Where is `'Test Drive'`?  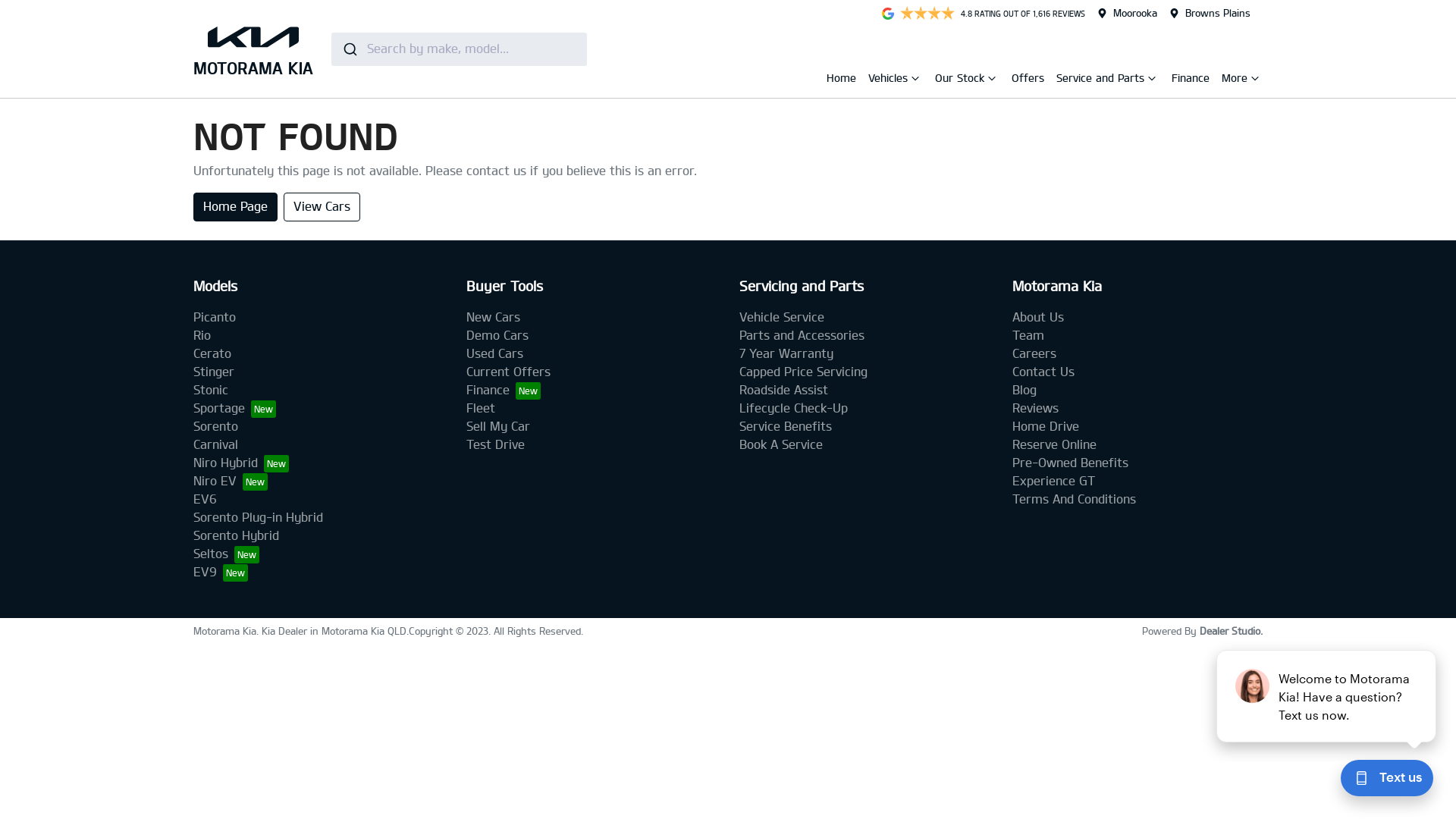 'Test Drive' is located at coordinates (495, 444).